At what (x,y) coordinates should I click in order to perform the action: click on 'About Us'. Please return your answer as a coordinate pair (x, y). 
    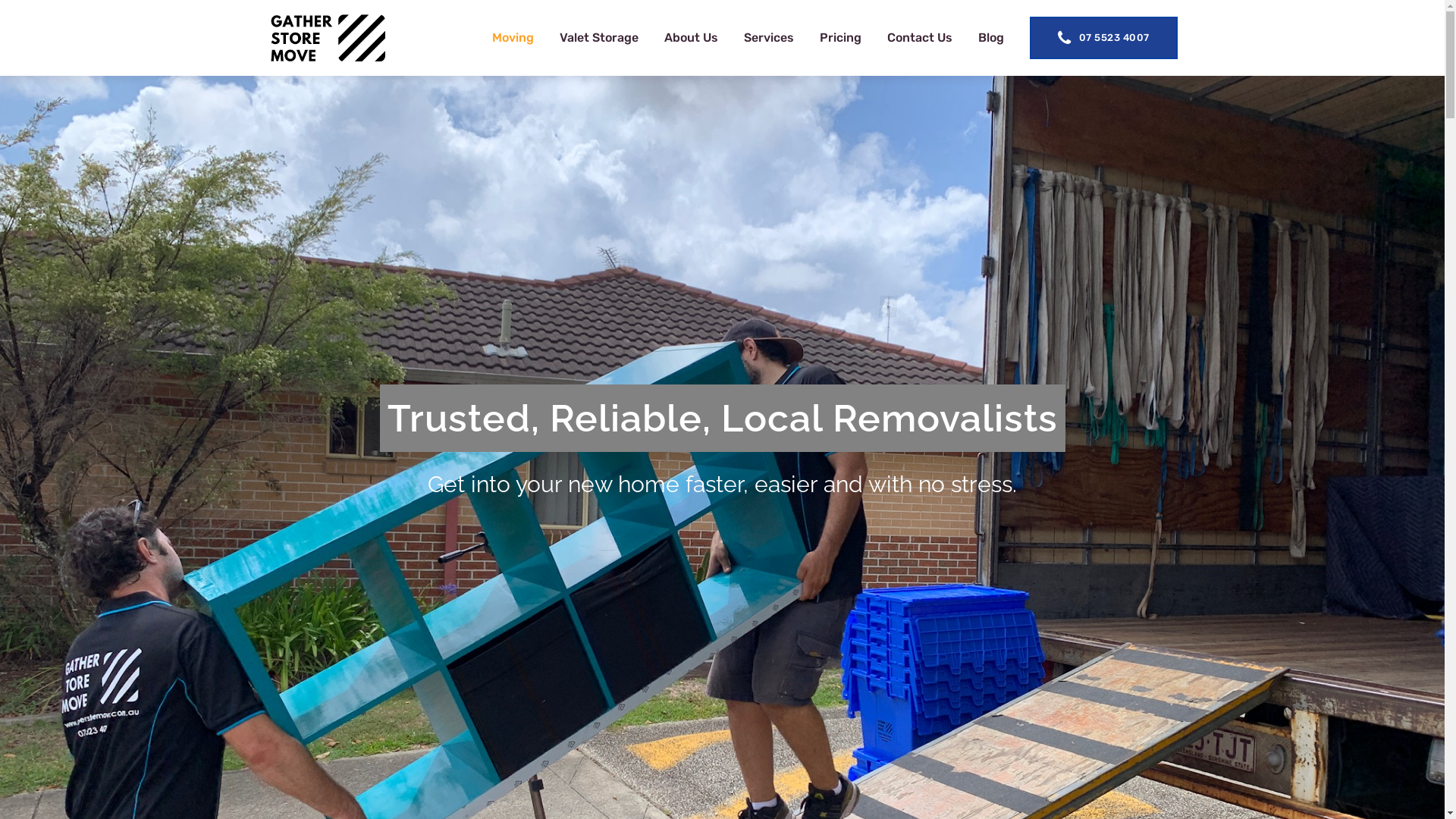
    Looking at the image, I should click on (690, 37).